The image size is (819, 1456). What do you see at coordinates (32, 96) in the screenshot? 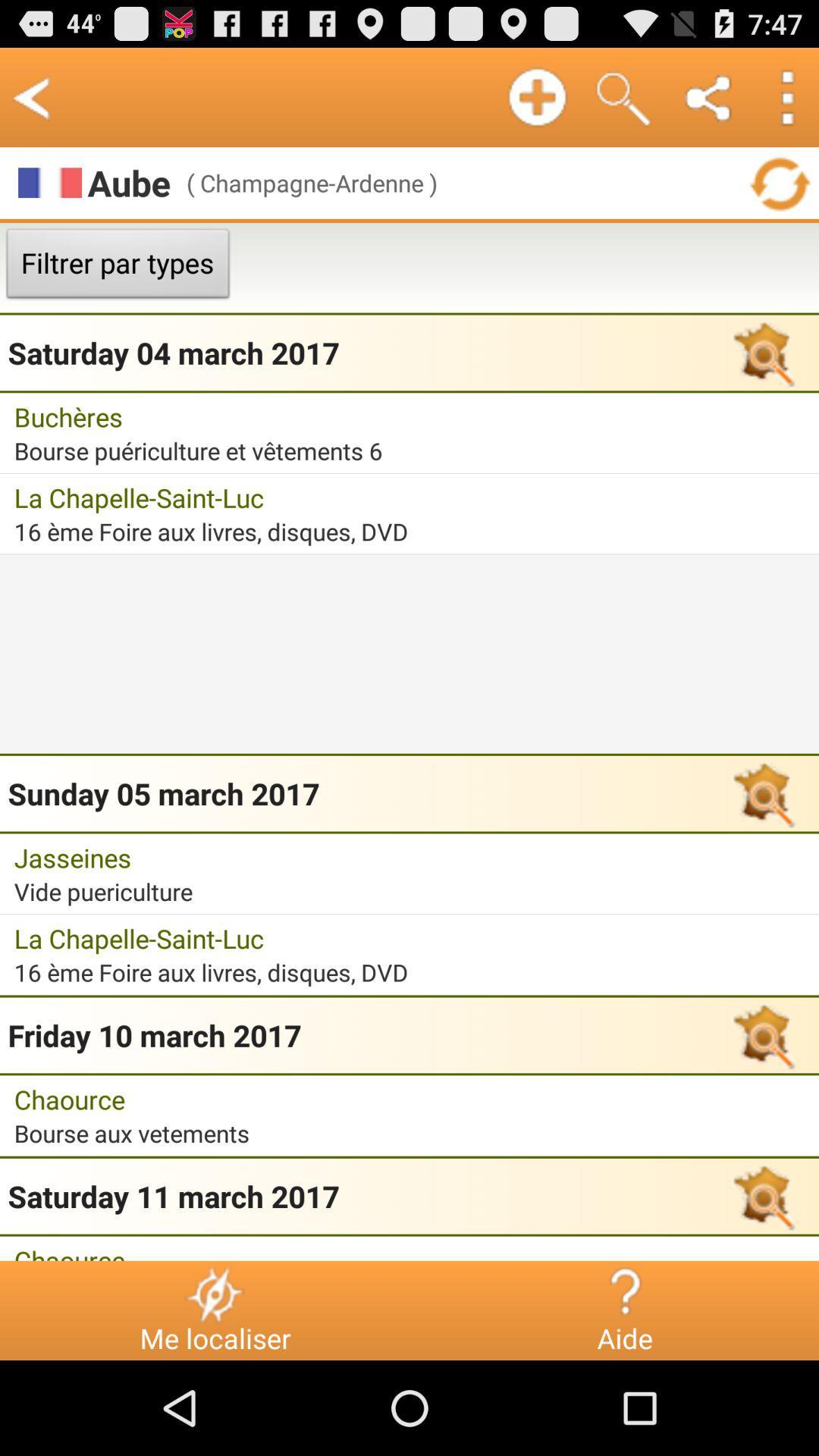
I see `the icon on the top left corner` at bounding box center [32, 96].